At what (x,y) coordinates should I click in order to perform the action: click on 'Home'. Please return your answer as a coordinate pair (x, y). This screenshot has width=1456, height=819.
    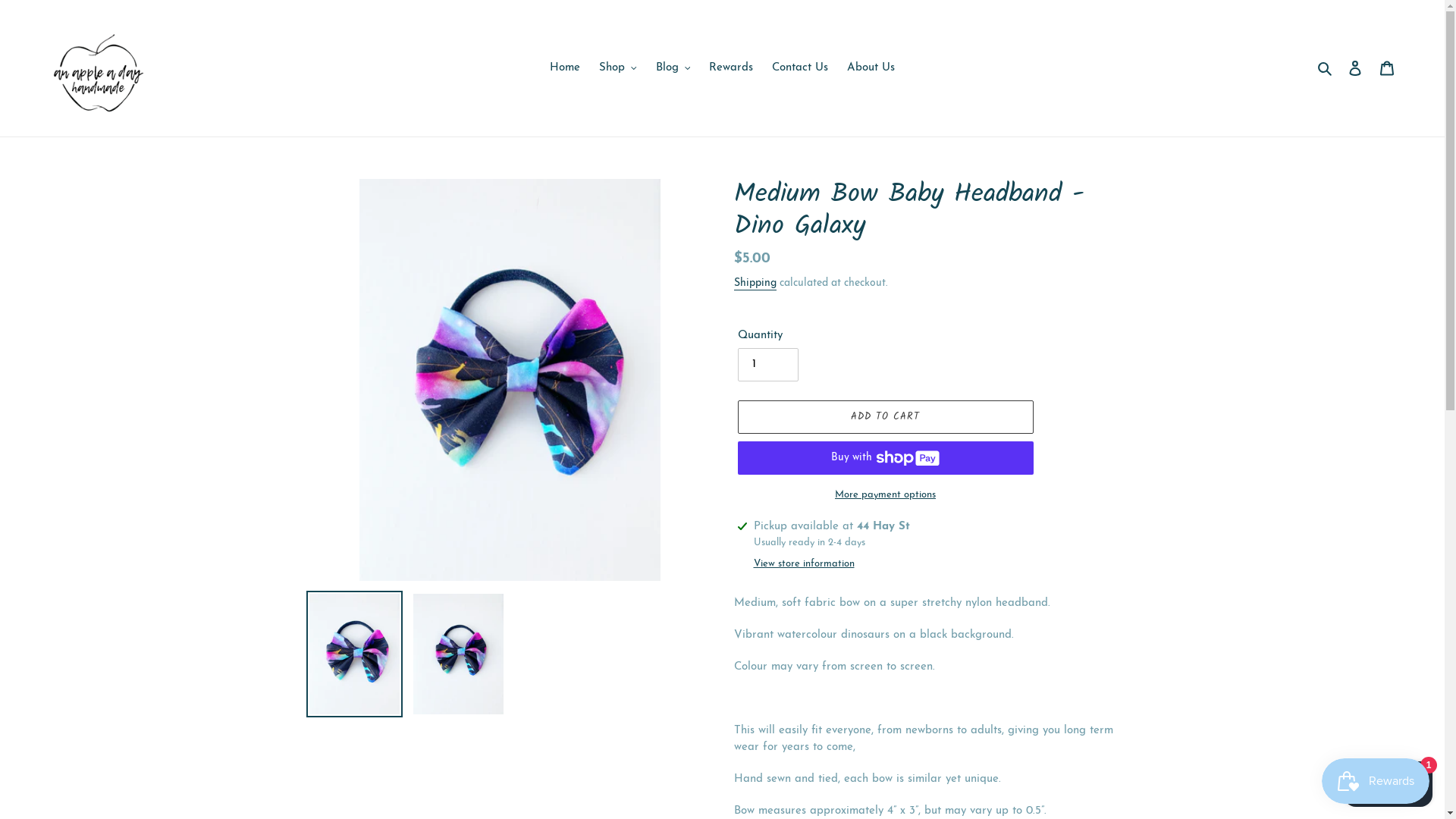
    Looking at the image, I should click on (563, 68).